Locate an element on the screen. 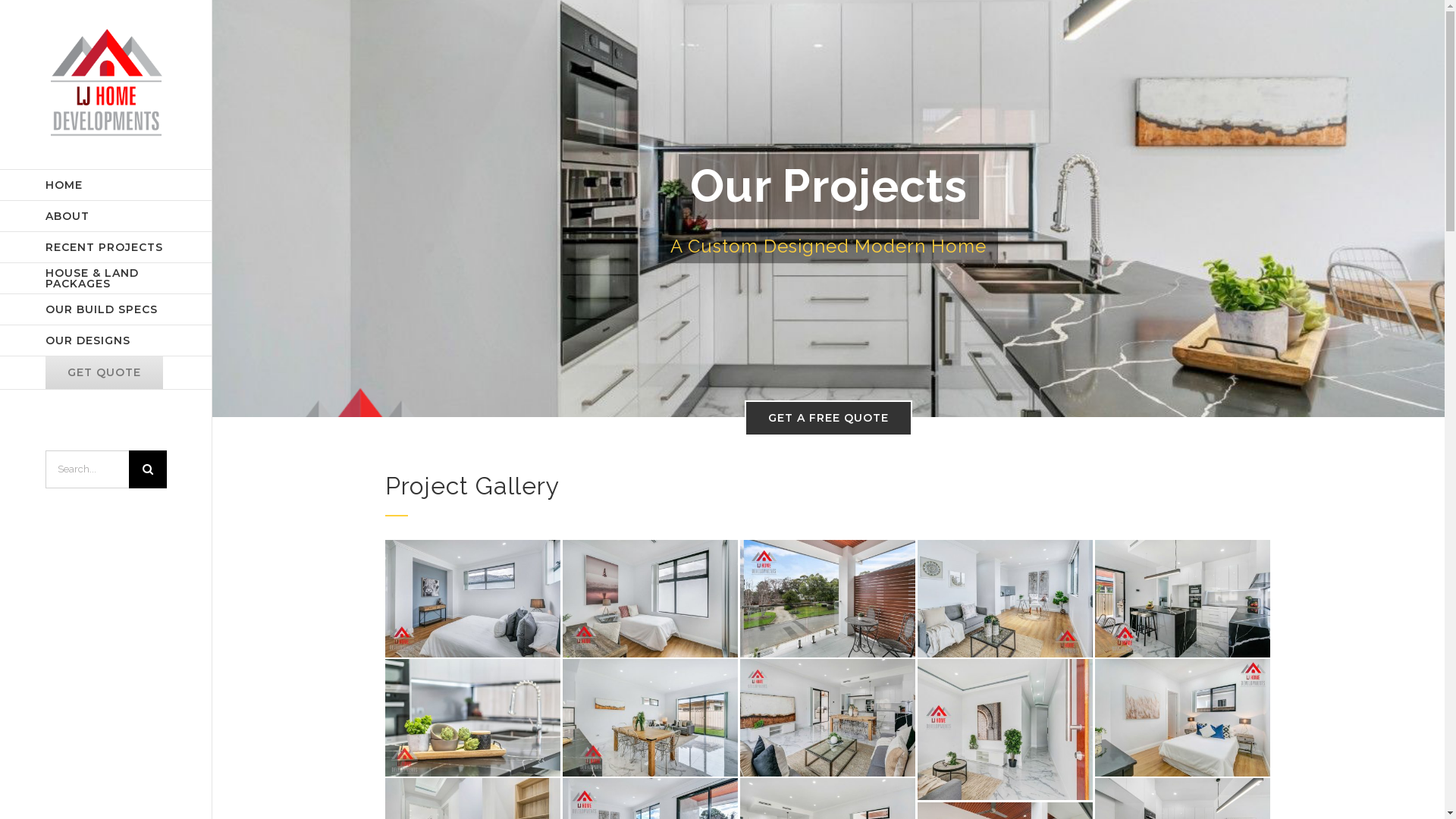 The width and height of the screenshot is (1456, 819). 'GET A FREE QUOTE' is located at coordinates (827, 418).